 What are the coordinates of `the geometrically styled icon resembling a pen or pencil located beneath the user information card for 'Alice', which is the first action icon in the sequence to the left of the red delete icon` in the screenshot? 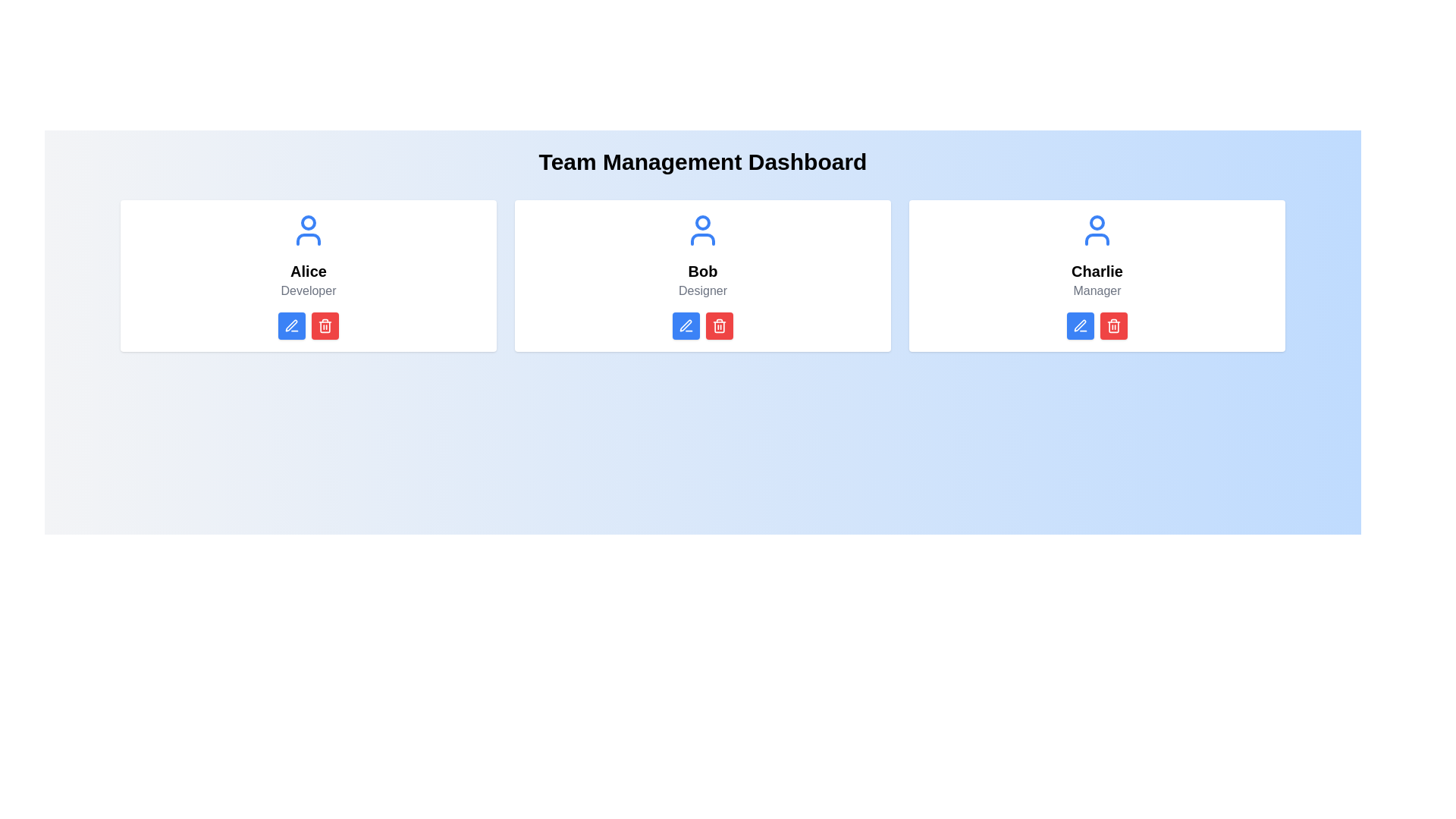 It's located at (291, 325).